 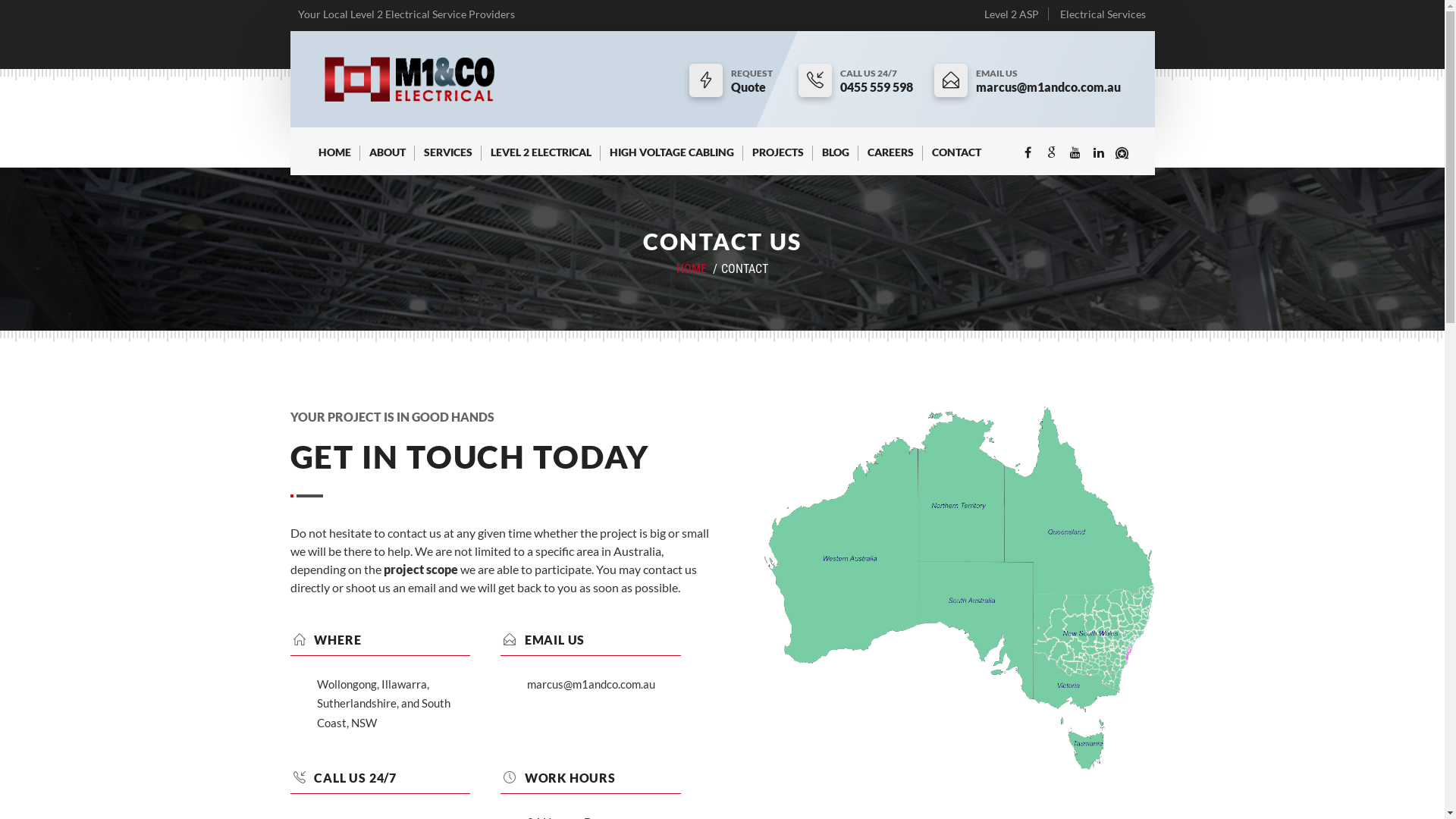 I want to click on 'PROJECTS', so click(x=742, y=158).